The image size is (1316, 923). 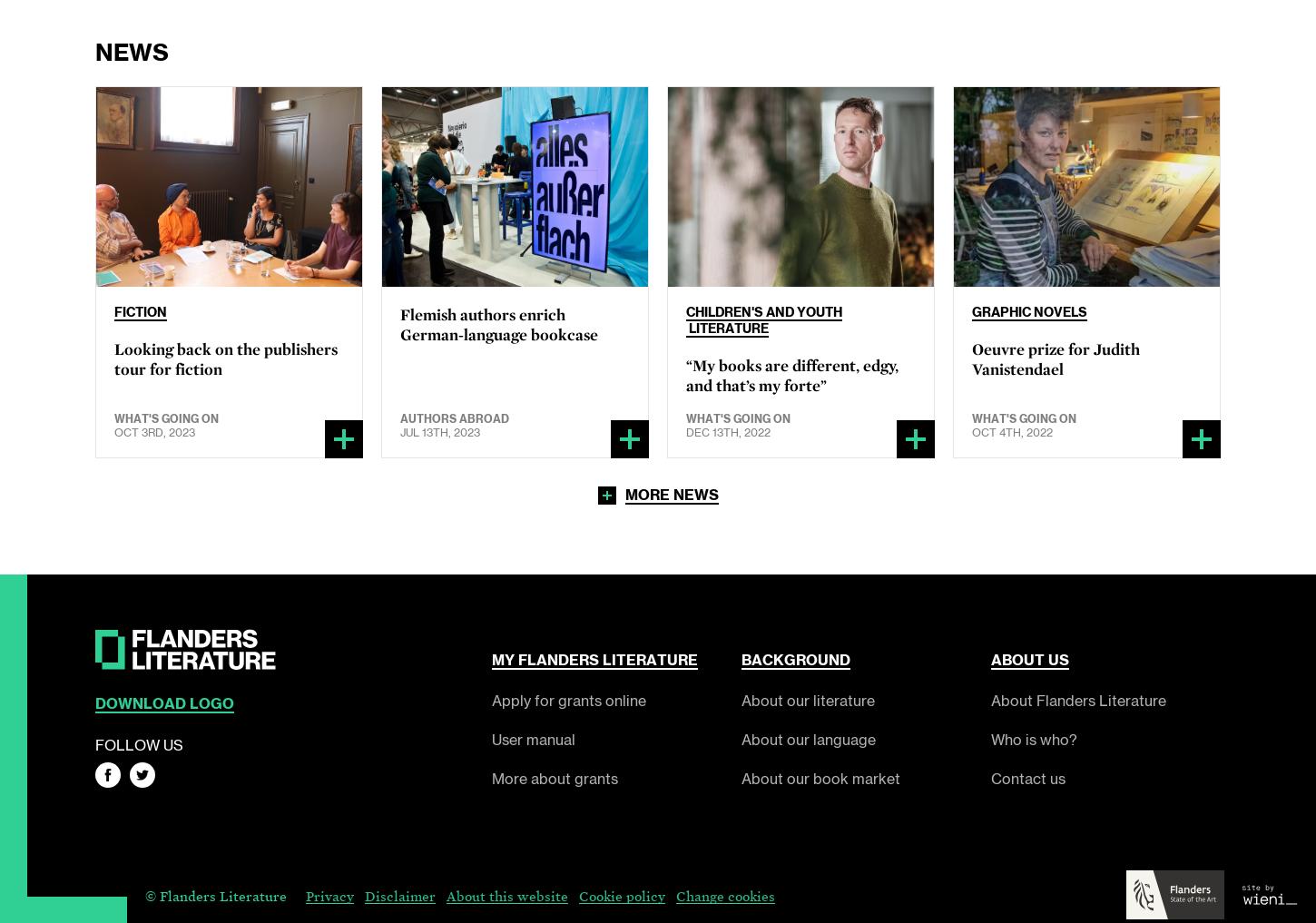 What do you see at coordinates (725, 895) in the screenshot?
I see `'Change cookies'` at bounding box center [725, 895].